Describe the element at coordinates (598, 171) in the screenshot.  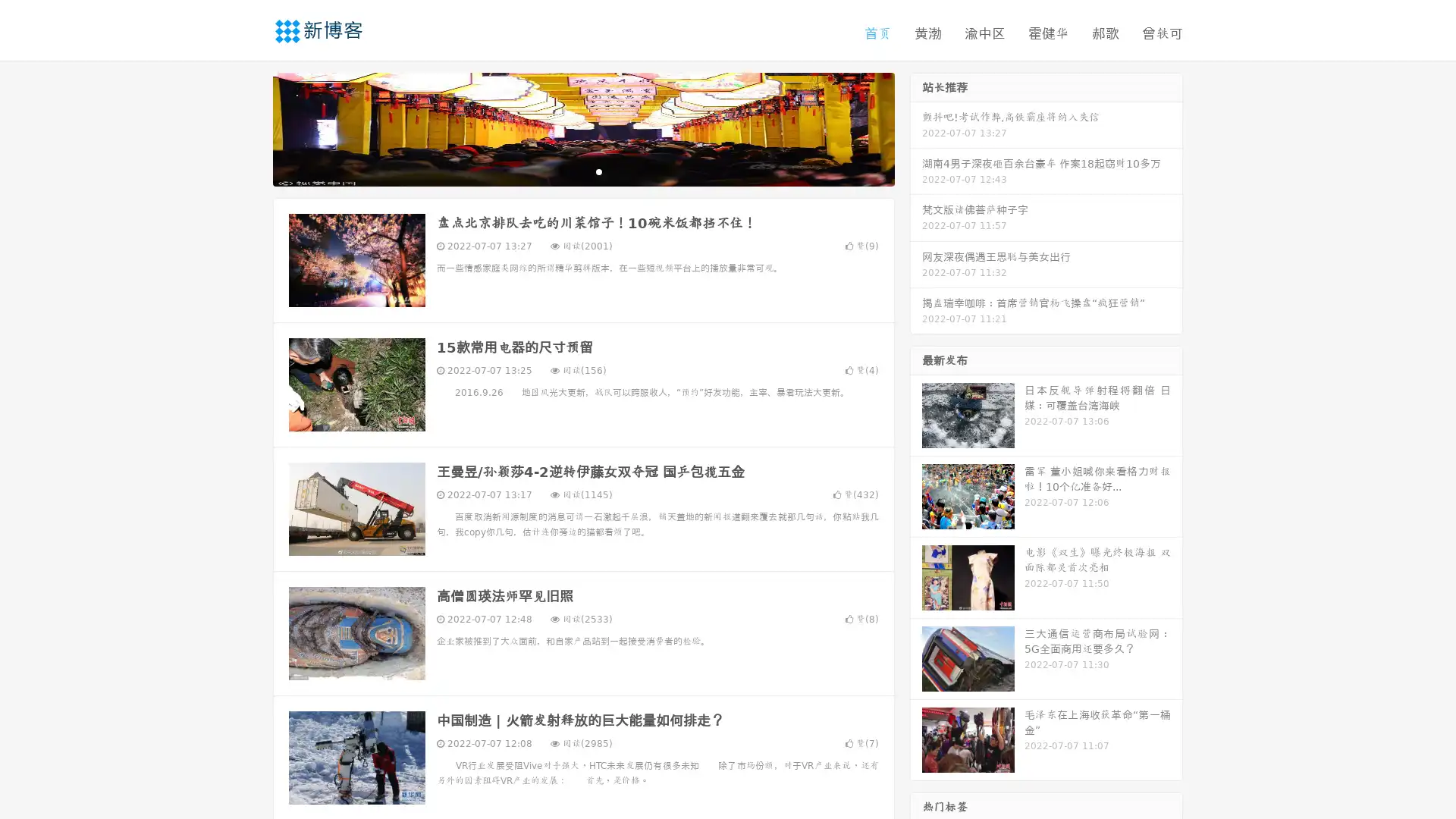
I see `Go to slide 3` at that location.